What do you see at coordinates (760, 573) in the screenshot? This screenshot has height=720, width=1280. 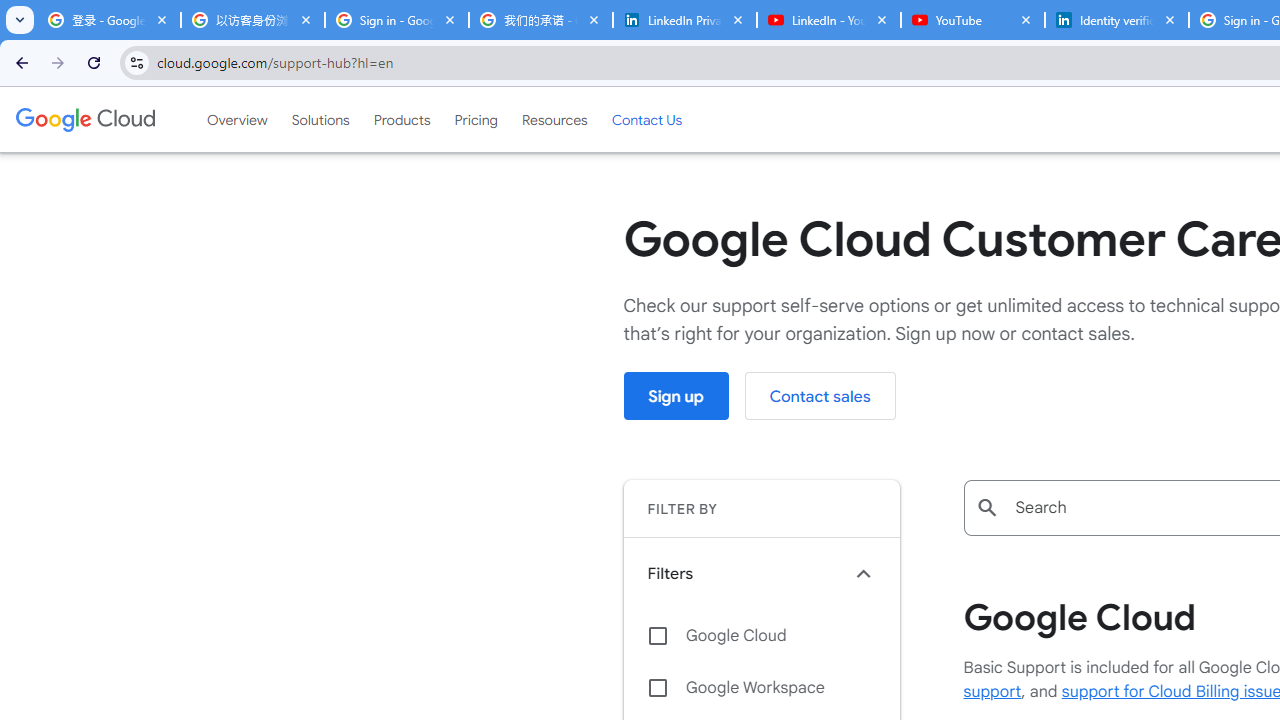 I see `'Filters keyboard_arrow_up'` at bounding box center [760, 573].